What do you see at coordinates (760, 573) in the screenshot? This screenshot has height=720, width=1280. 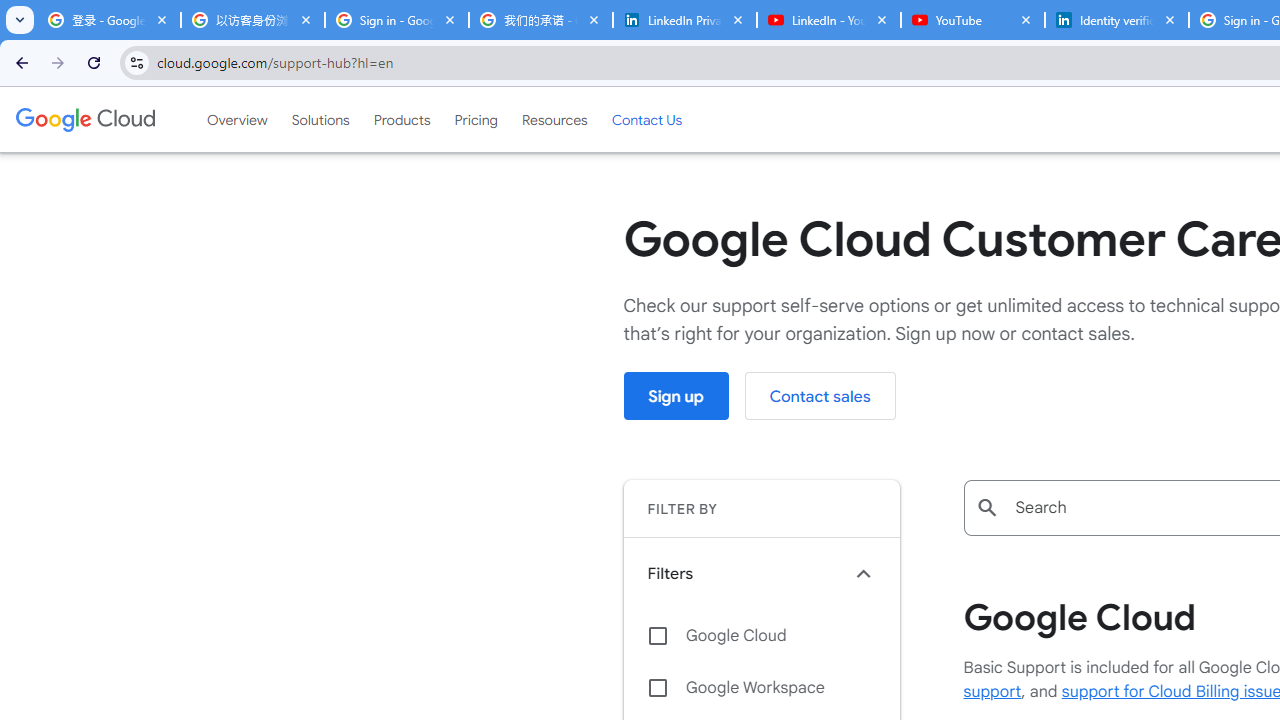 I see `'Filters keyboard_arrow_up'` at bounding box center [760, 573].